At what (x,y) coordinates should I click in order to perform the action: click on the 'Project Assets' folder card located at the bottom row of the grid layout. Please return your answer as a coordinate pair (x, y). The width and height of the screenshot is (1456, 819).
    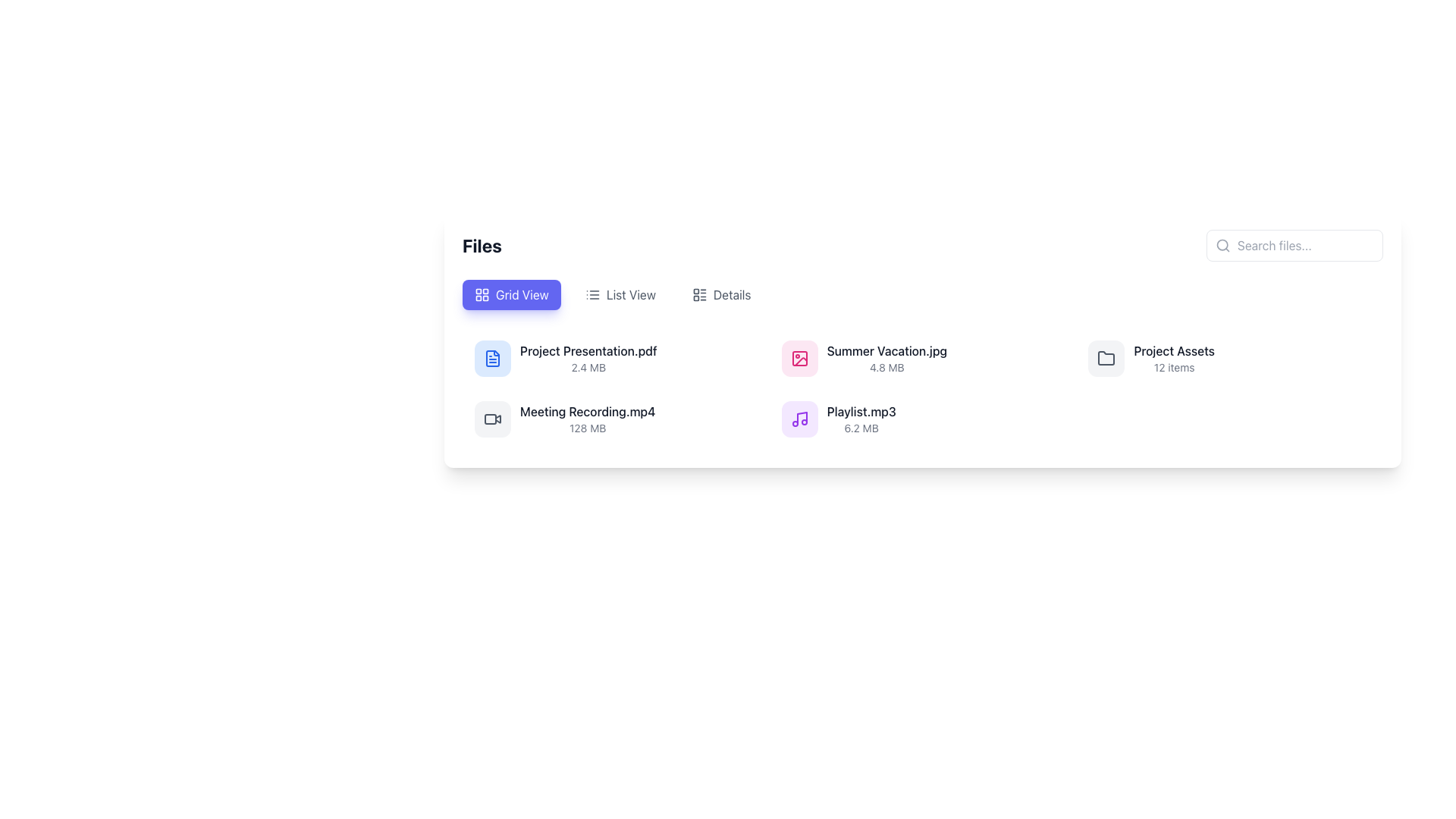
    Looking at the image, I should click on (1151, 359).